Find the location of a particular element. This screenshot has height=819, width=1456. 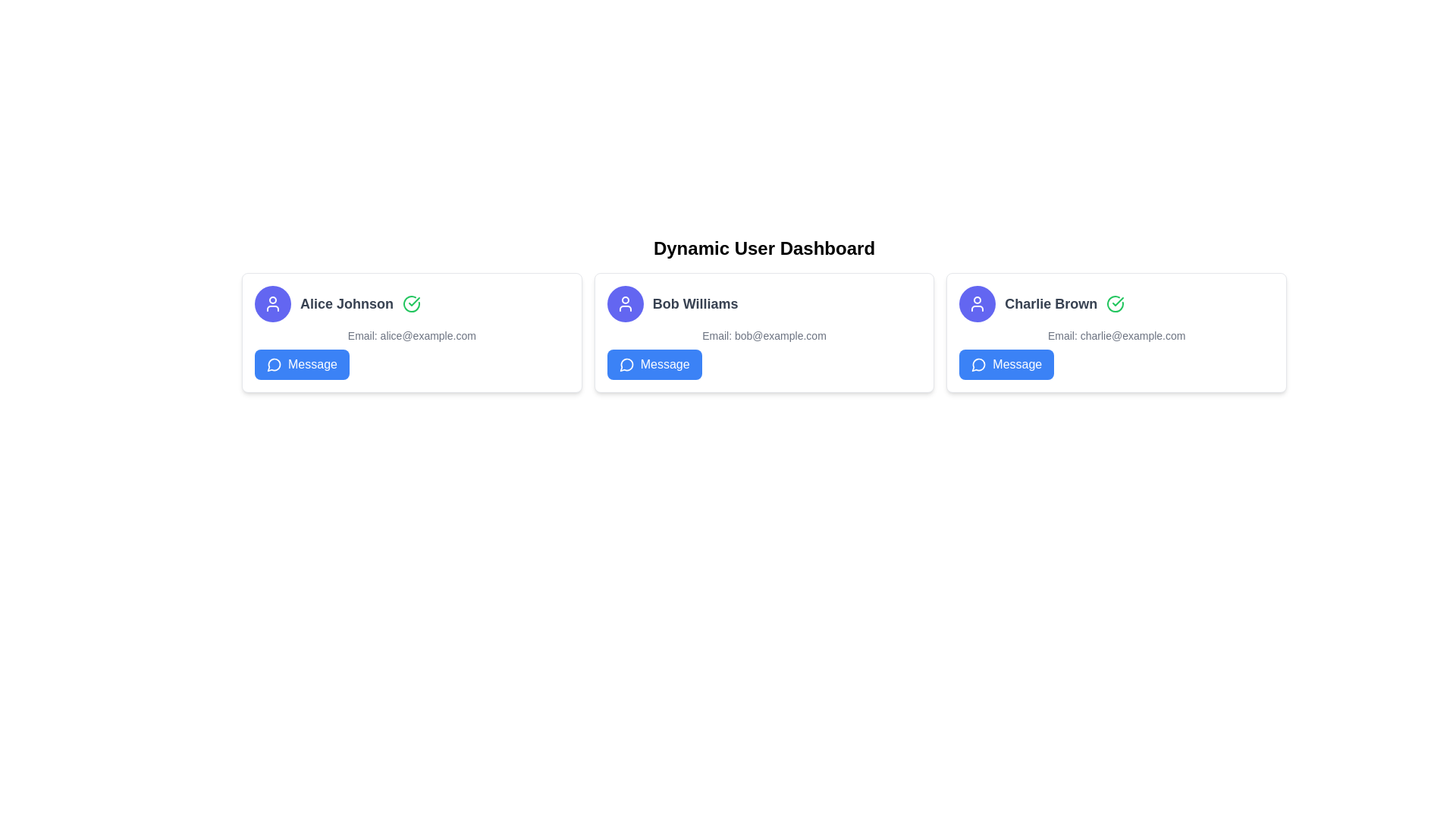

the 'Message' icon is located at coordinates (979, 365).